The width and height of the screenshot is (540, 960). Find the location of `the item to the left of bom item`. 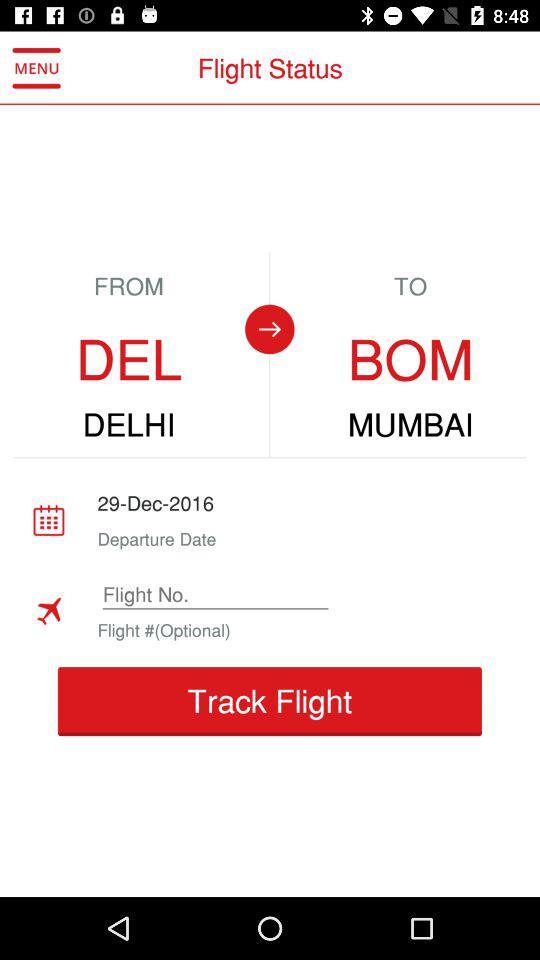

the item to the left of bom item is located at coordinates (269, 329).